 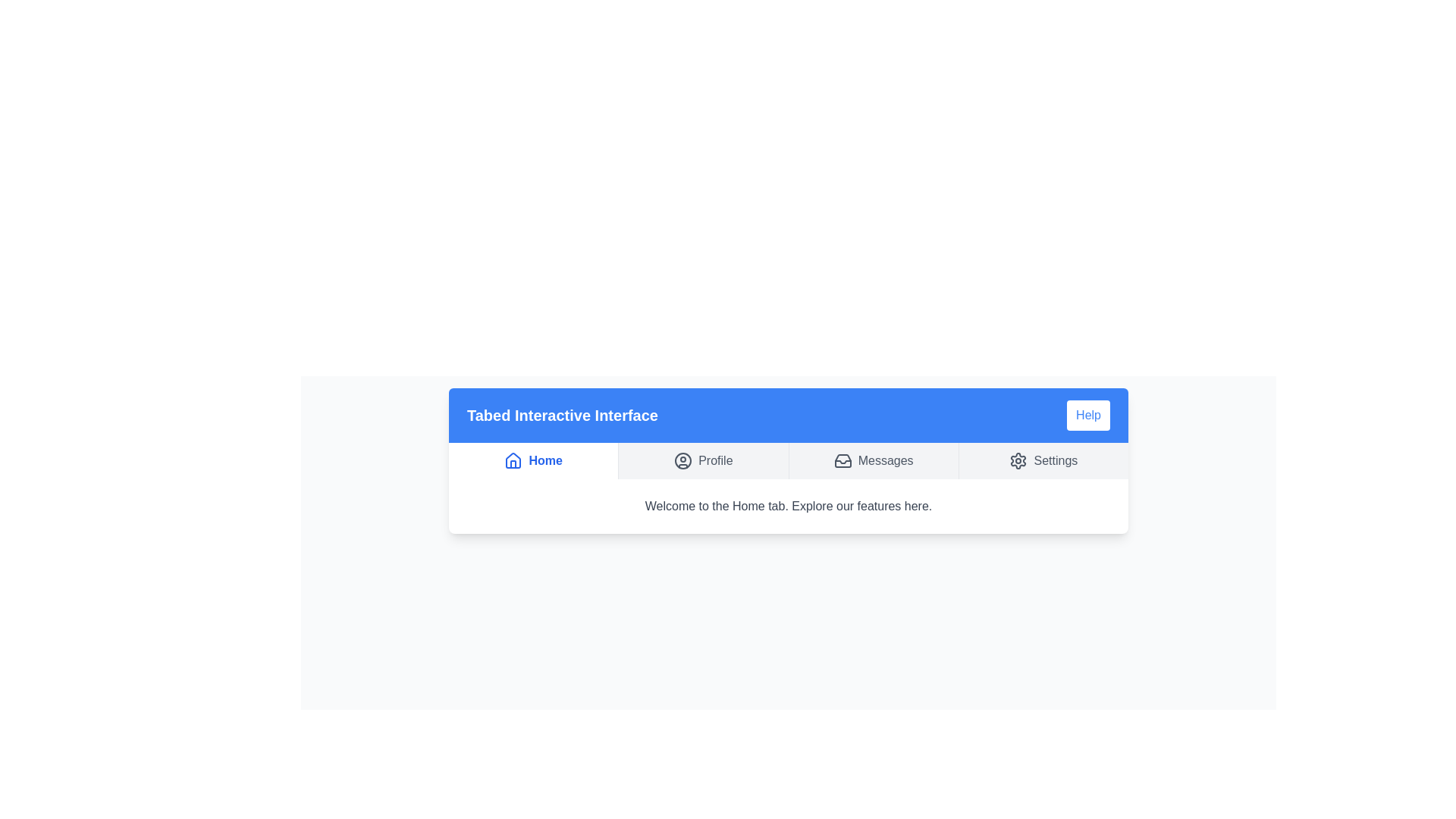 What do you see at coordinates (1043, 460) in the screenshot?
I see `the interactive button labeled 'Settings' with an icon, which is the fourth item in the menu bar, positioned to the right of 'Messages' and located in the bottom-center area of the interface` at bounding box center [1043, 460].